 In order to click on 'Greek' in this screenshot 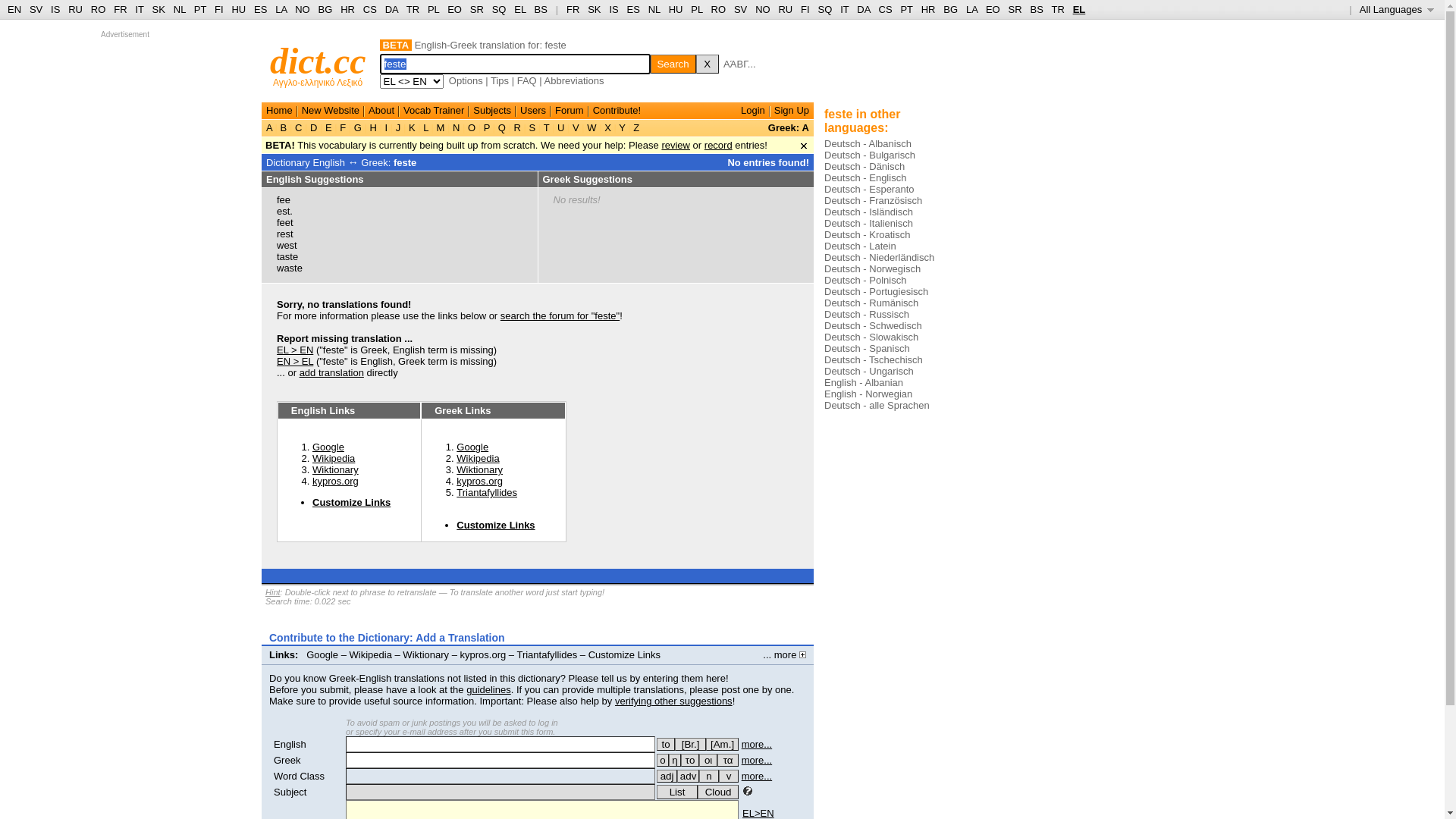, I will do `click(287, 760)`.